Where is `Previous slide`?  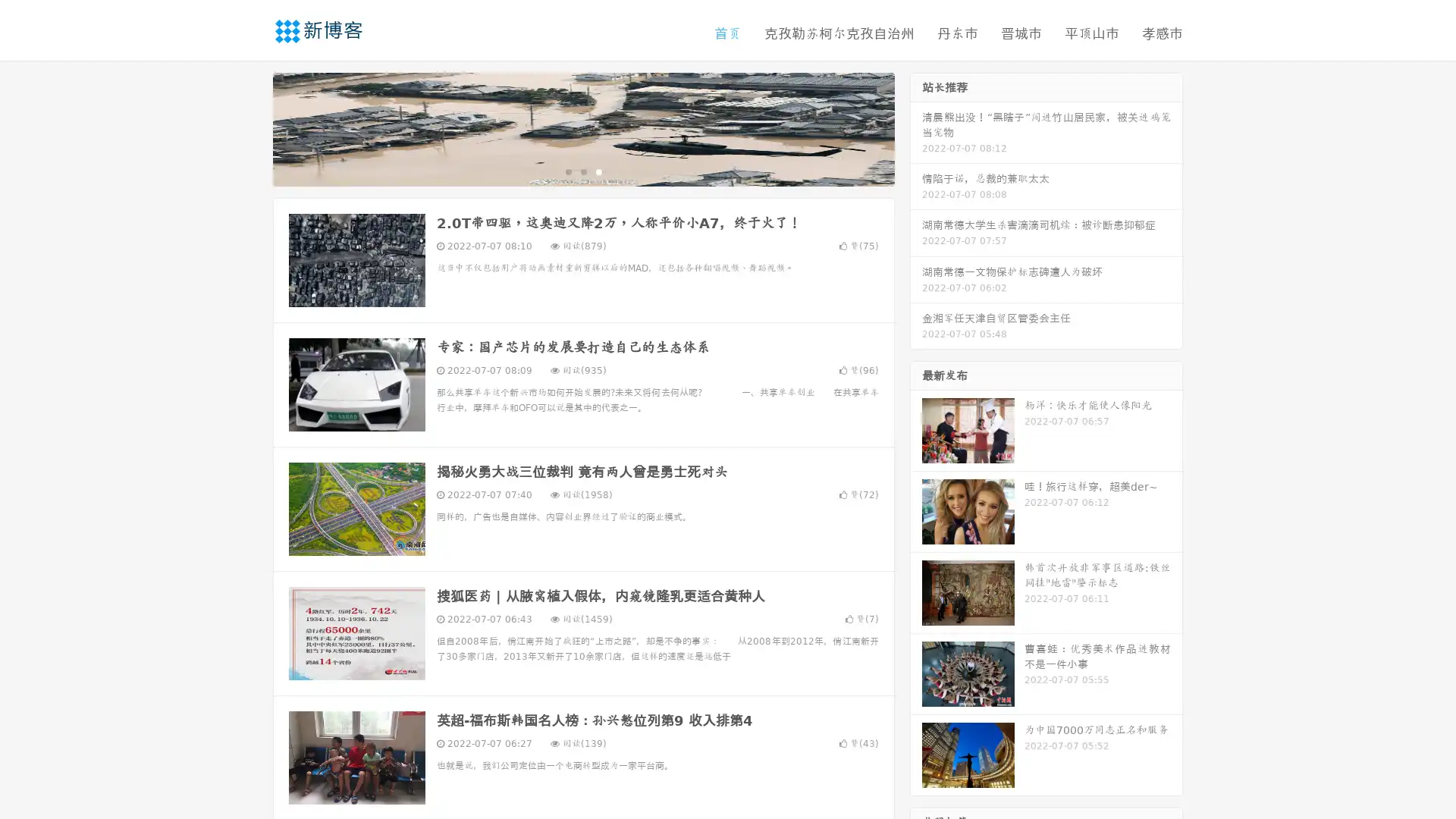 Previous slide is located at coordinates (250, 127).